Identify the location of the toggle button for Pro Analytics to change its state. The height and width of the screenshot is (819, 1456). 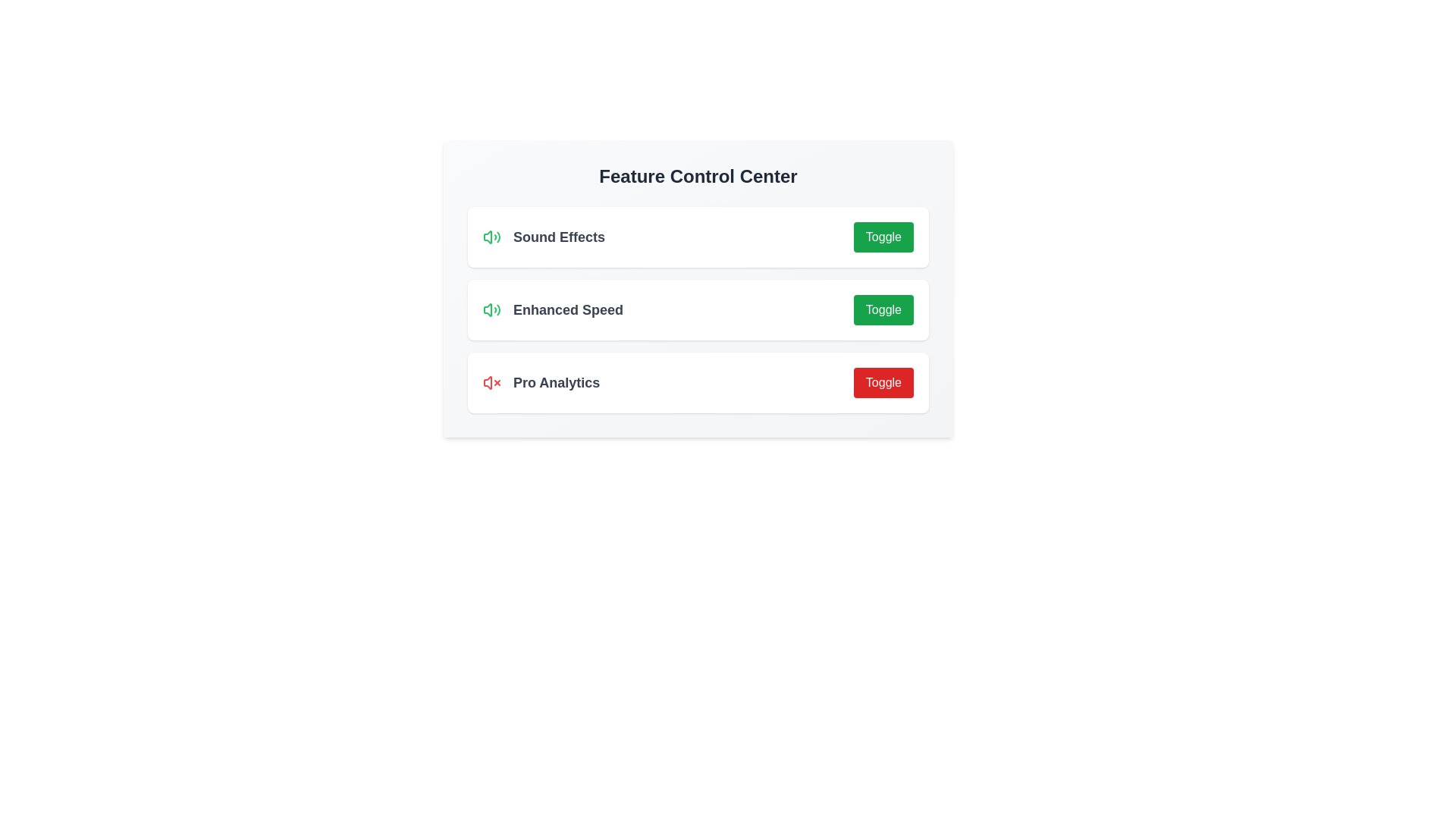
(883, 382).